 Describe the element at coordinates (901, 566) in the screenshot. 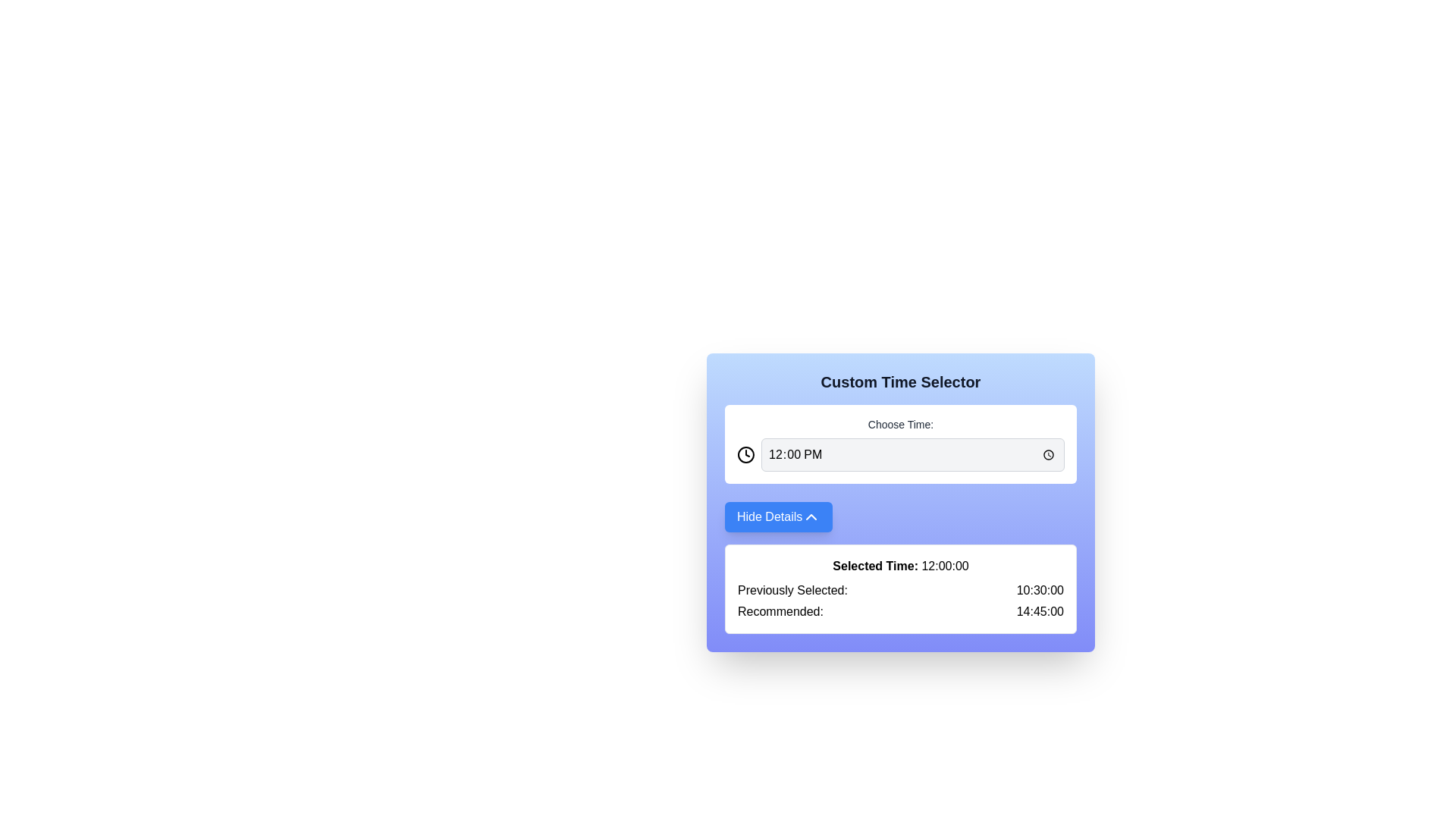

I see `the static text display that shows 'Selected Time: 12:00:00', which is styled with bold emphasis on 'Selected Time:' and is positioned at the bottom of the interface above other values` at that location.